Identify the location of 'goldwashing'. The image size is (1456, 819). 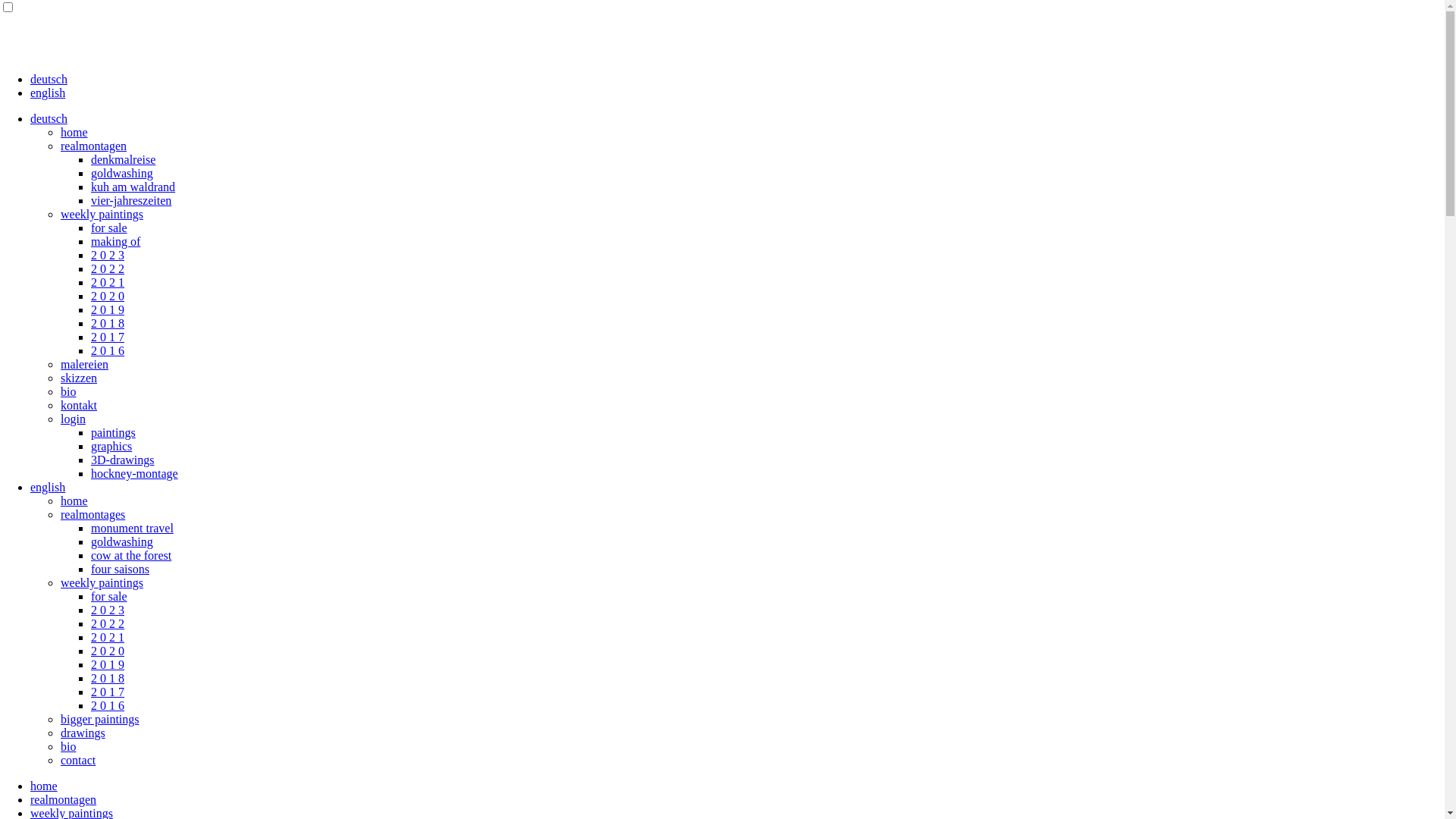
(90, 541).